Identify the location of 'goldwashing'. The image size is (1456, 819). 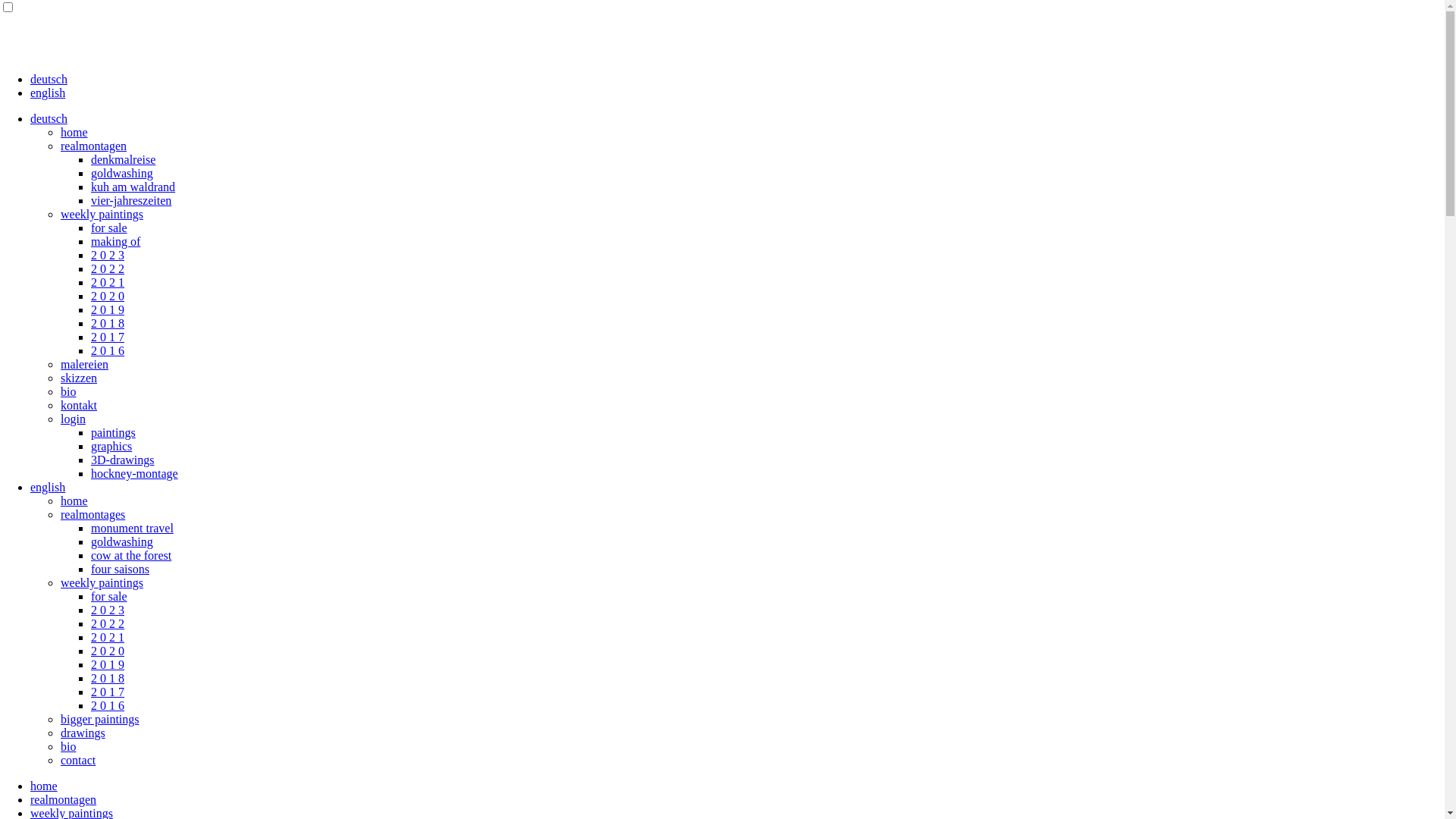
(90, 541).